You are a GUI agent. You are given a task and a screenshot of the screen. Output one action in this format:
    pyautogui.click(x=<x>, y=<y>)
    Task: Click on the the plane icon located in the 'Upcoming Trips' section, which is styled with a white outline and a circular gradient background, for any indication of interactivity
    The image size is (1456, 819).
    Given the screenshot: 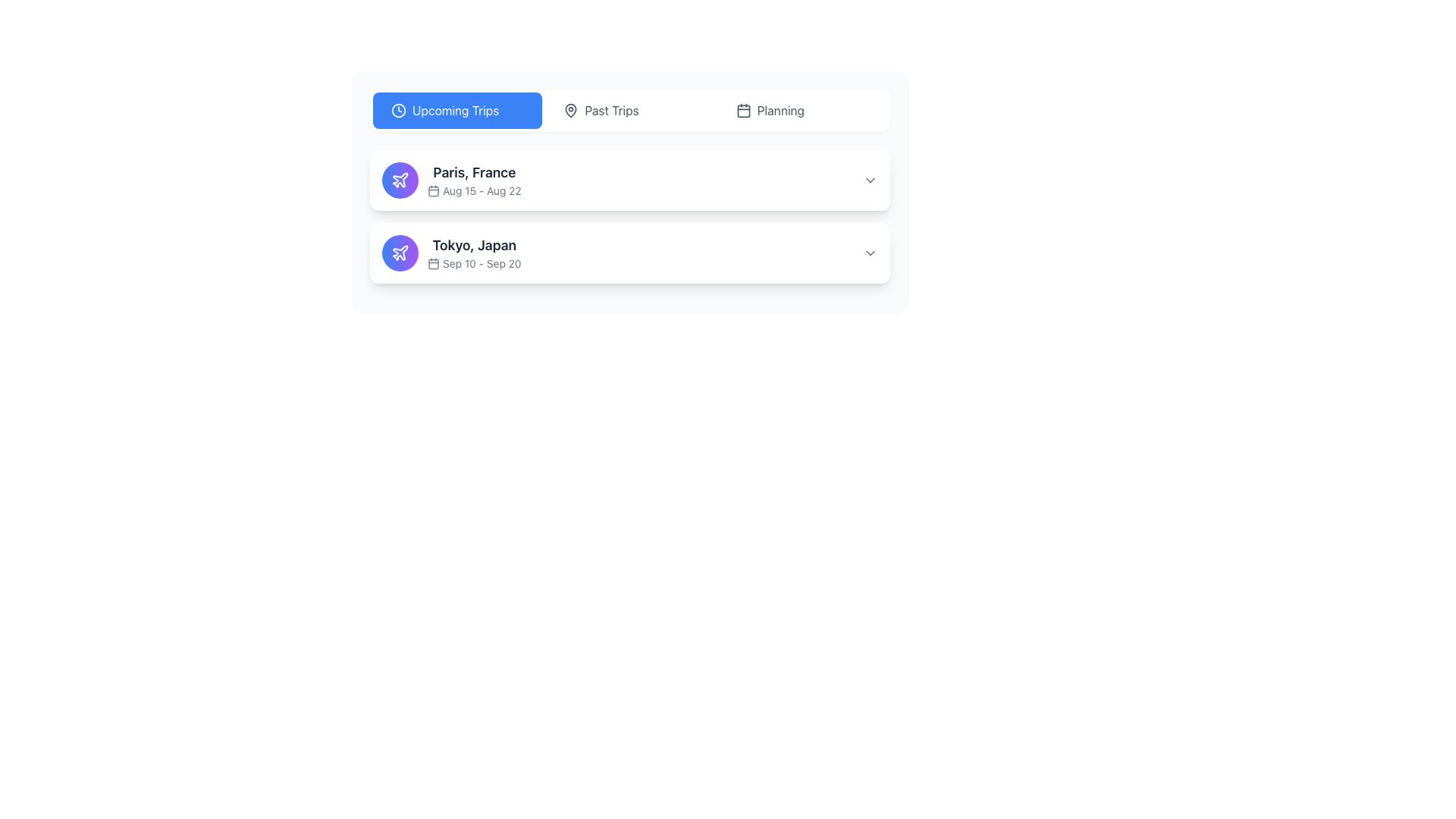 What is the action you would take?
    pyautogui.click(x=400, y=253)
    